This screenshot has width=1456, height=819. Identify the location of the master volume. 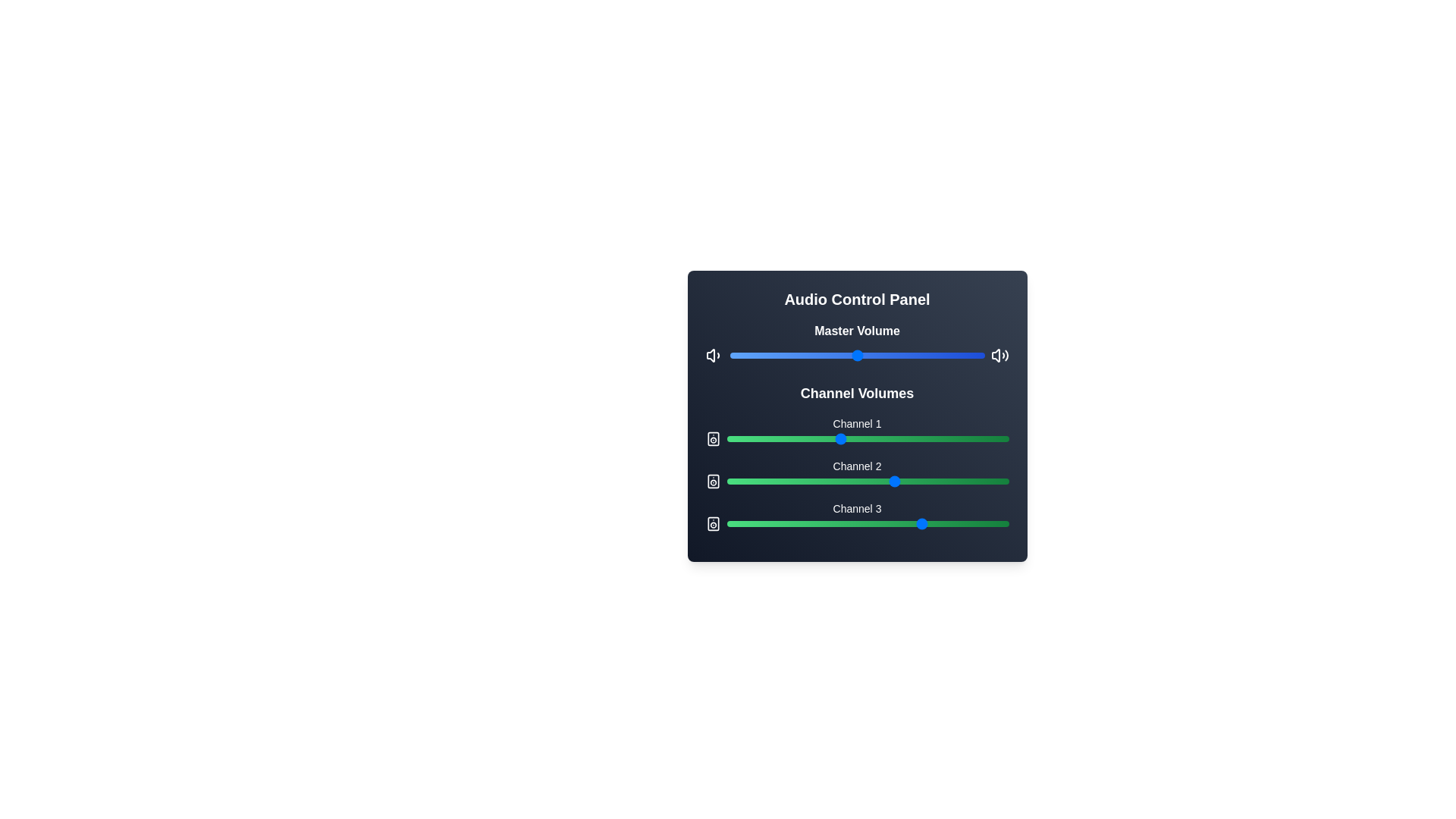
(855, 356).